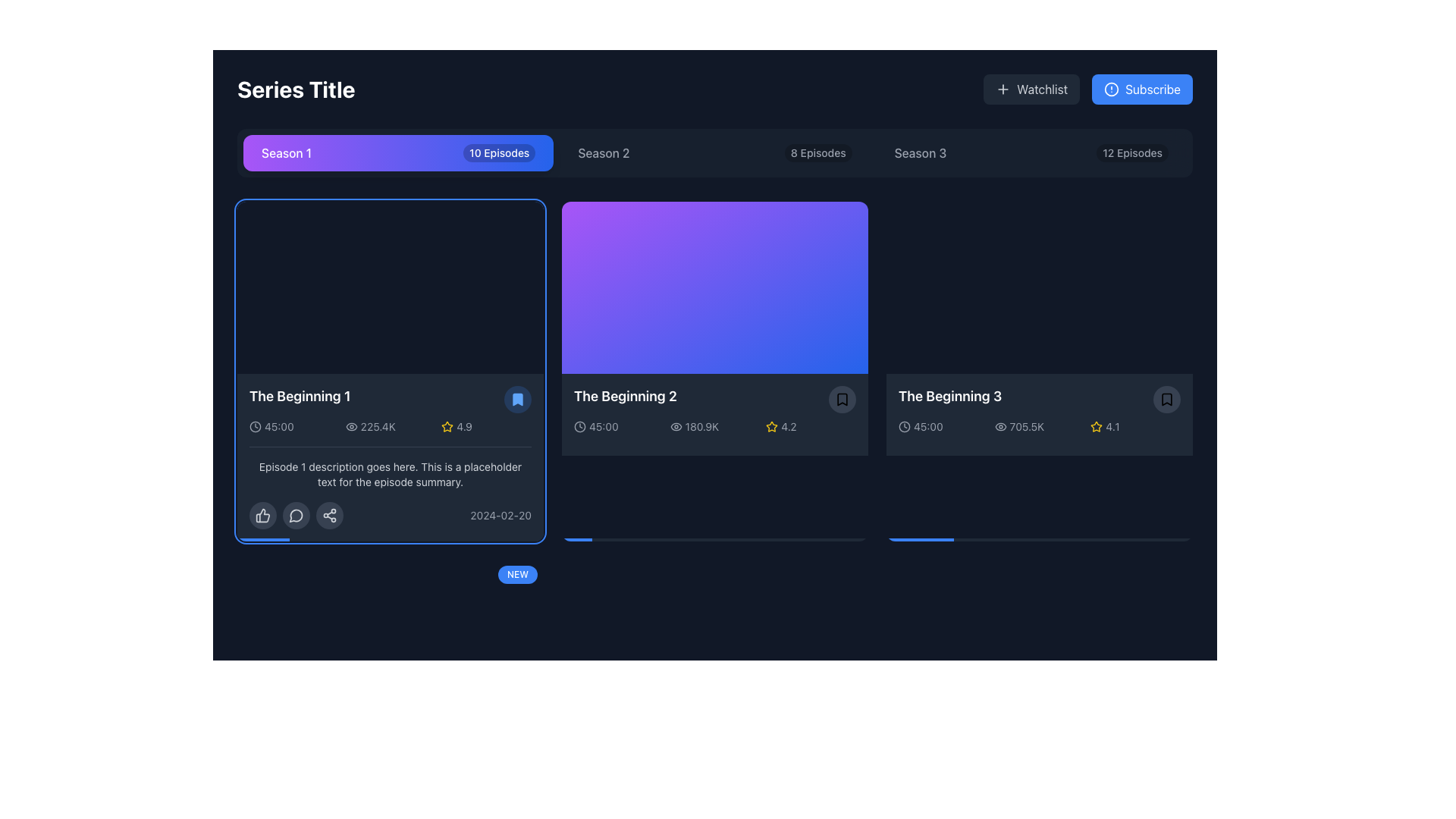 The image size is (1456, 819). Describe the element at coordinates (447, 426) in the screenshot. I see `the star icon representing the rating for 'The Beginning 1' content item` at that location.